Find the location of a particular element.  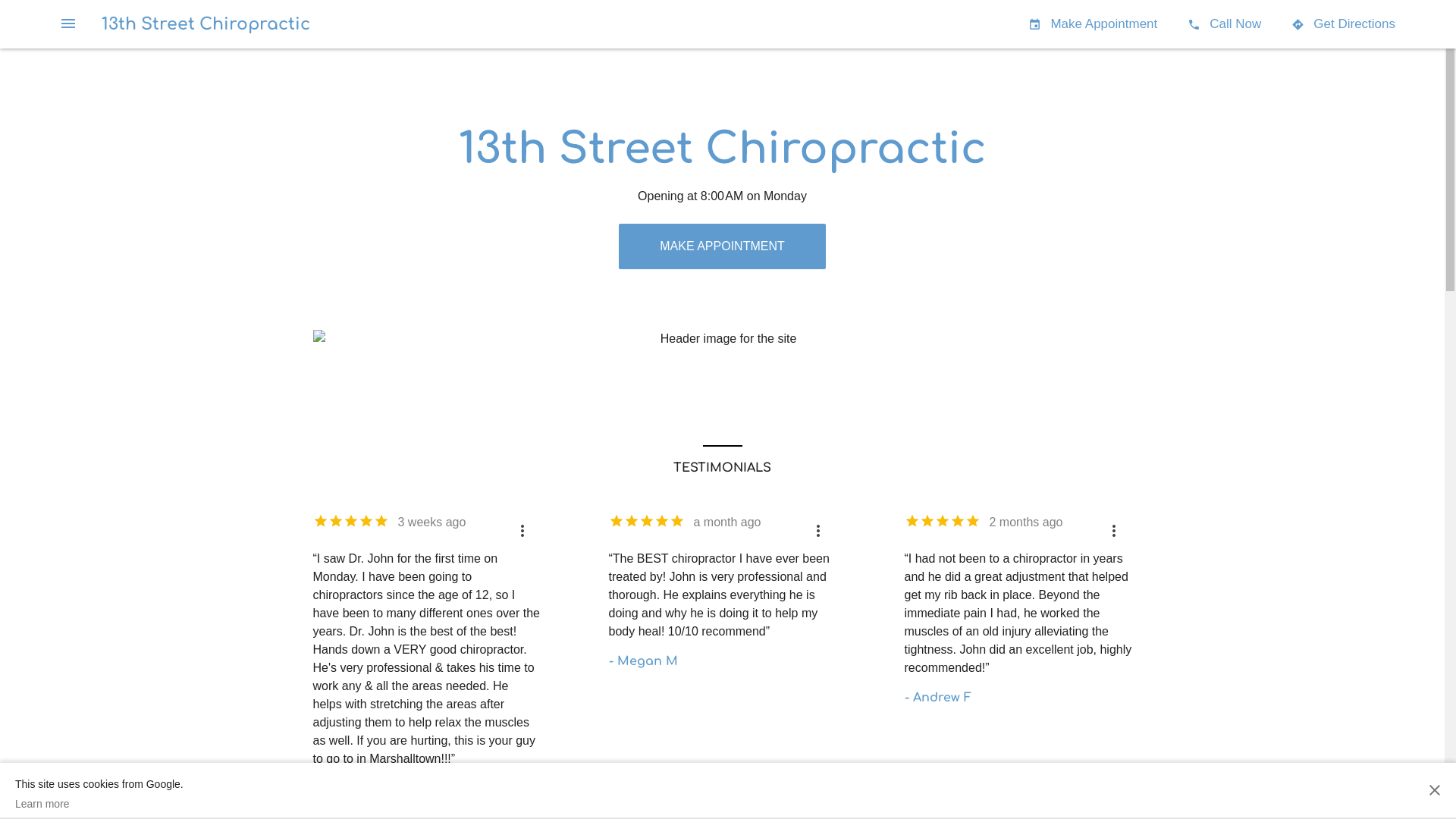

'13th Street Chiropractic' is located at coordinates (205, 24).